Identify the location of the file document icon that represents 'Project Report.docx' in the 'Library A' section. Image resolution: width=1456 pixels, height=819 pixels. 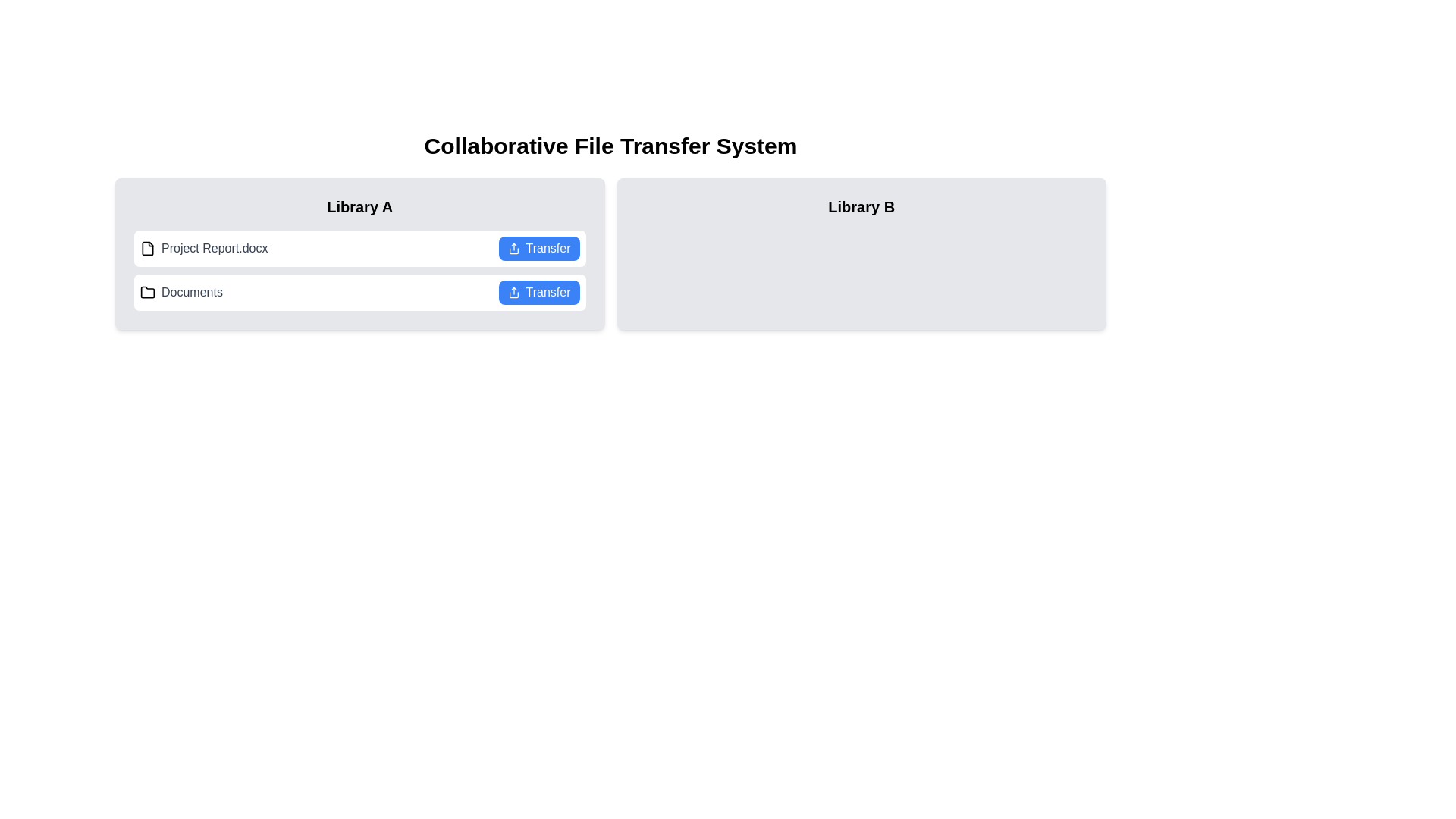
(148, 247).